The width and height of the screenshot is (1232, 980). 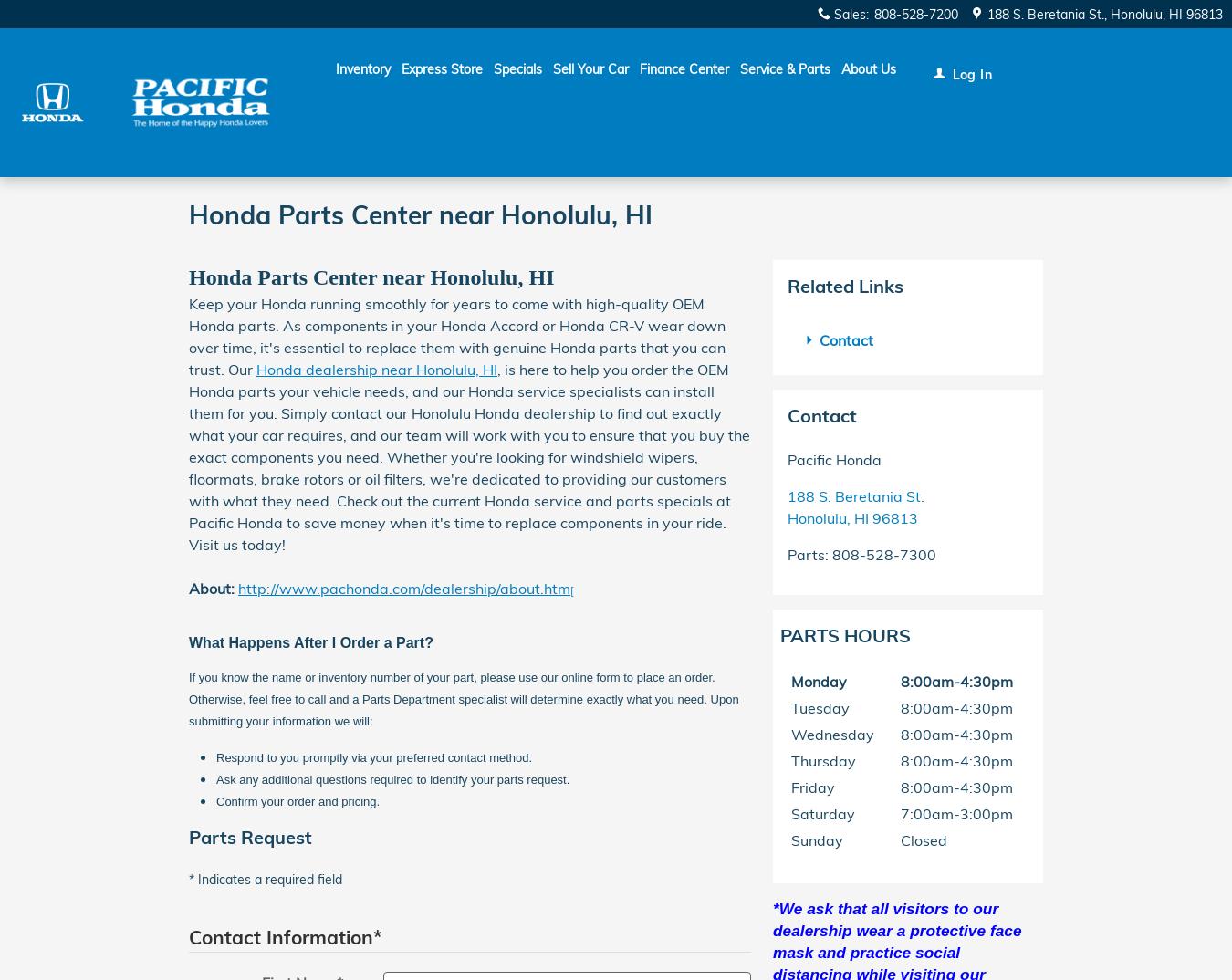 What do you see at coordinates (362, 69) in the screenshot?
I see `'Inventory'` at bounding box center [362, 69].